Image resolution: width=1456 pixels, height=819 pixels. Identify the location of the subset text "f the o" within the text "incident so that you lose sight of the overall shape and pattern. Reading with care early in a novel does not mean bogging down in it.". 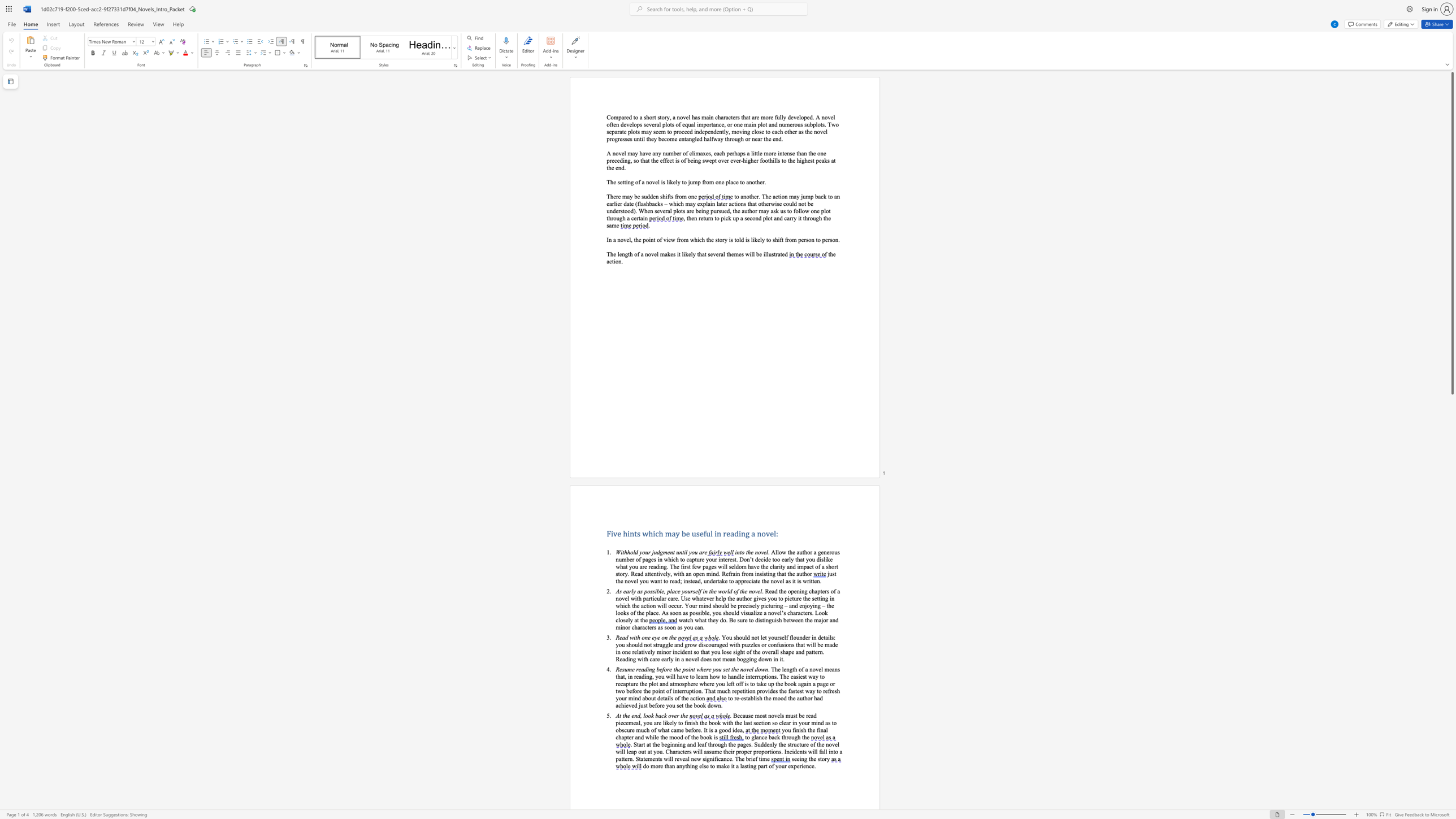
(749, 651).